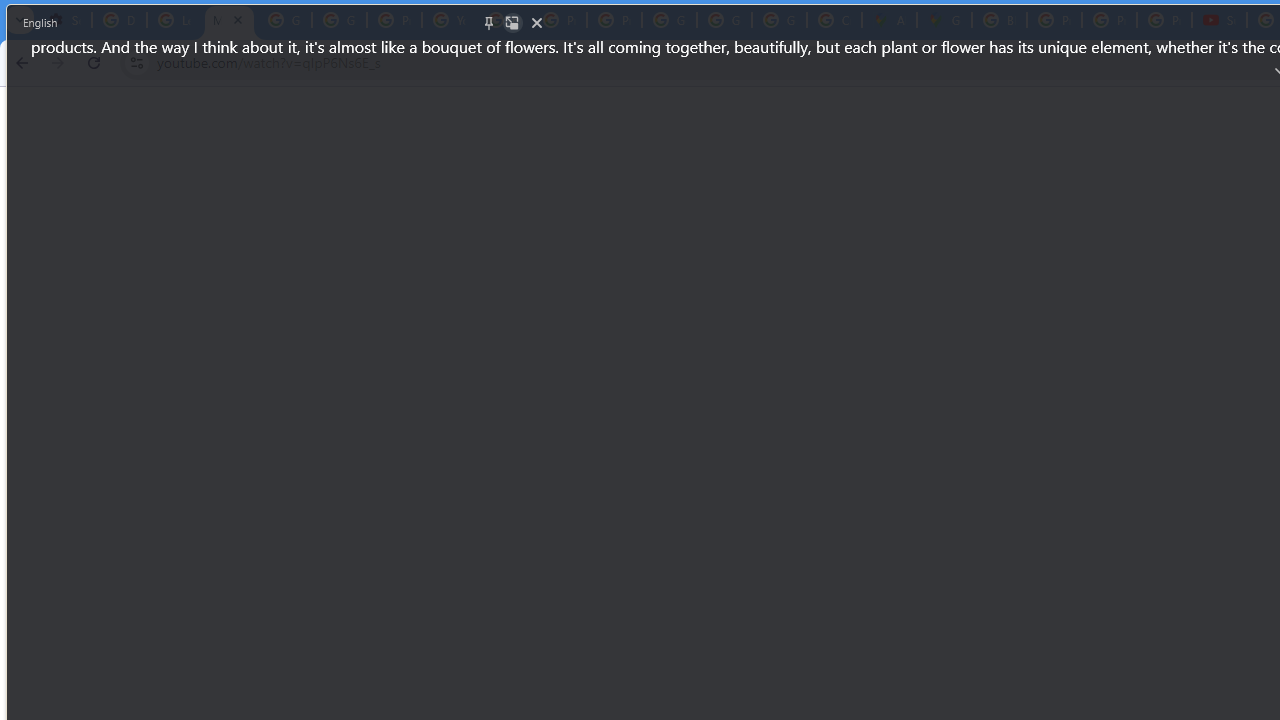 Image resolution: width=1280 pixels, height=720 pixels. Describe the element at coordinates (943, 20) in the screenshot. I see `'Google Maps'` at that location.